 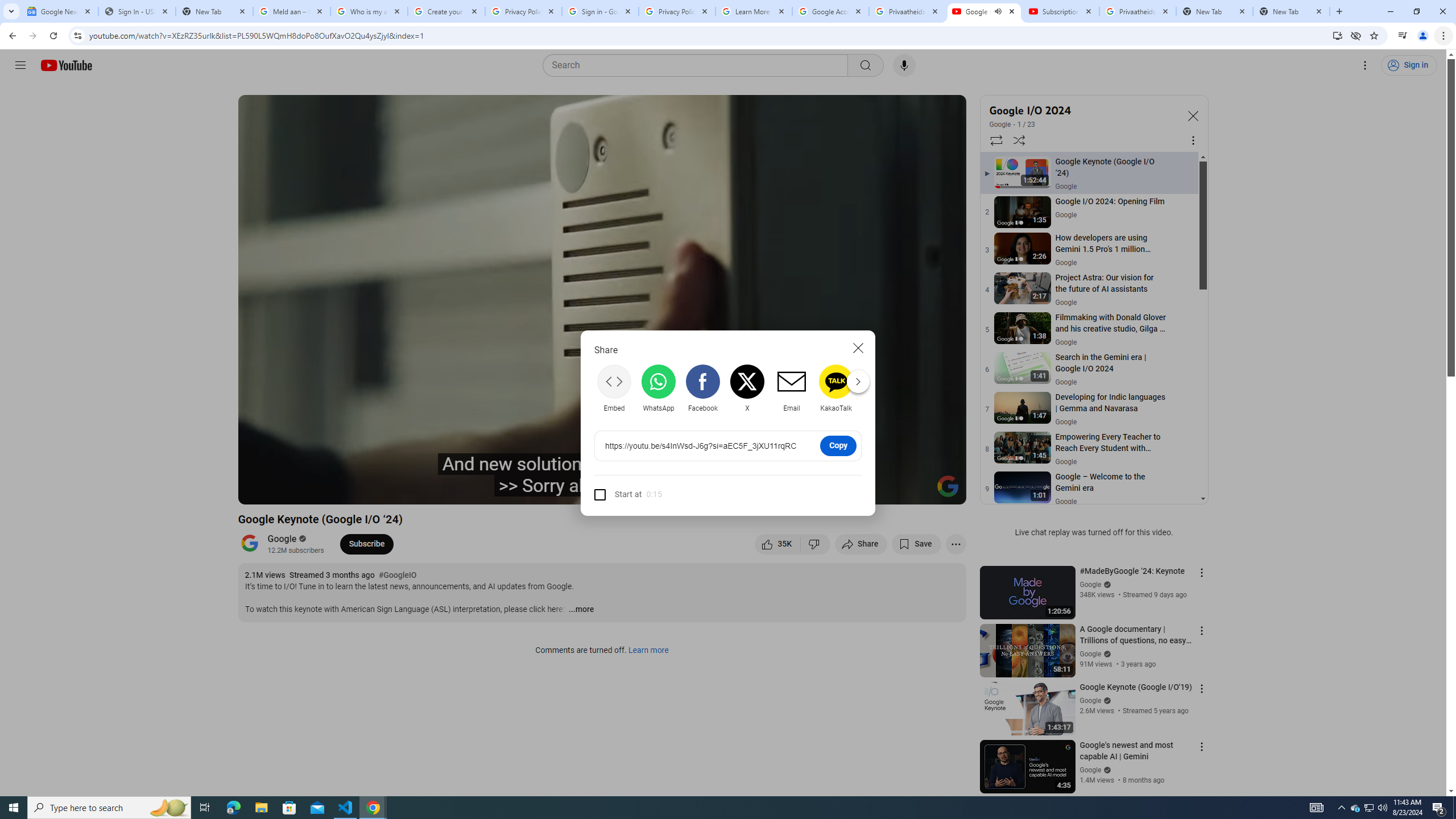 I want to click on 'Facebook', so click(x=702, y=387).